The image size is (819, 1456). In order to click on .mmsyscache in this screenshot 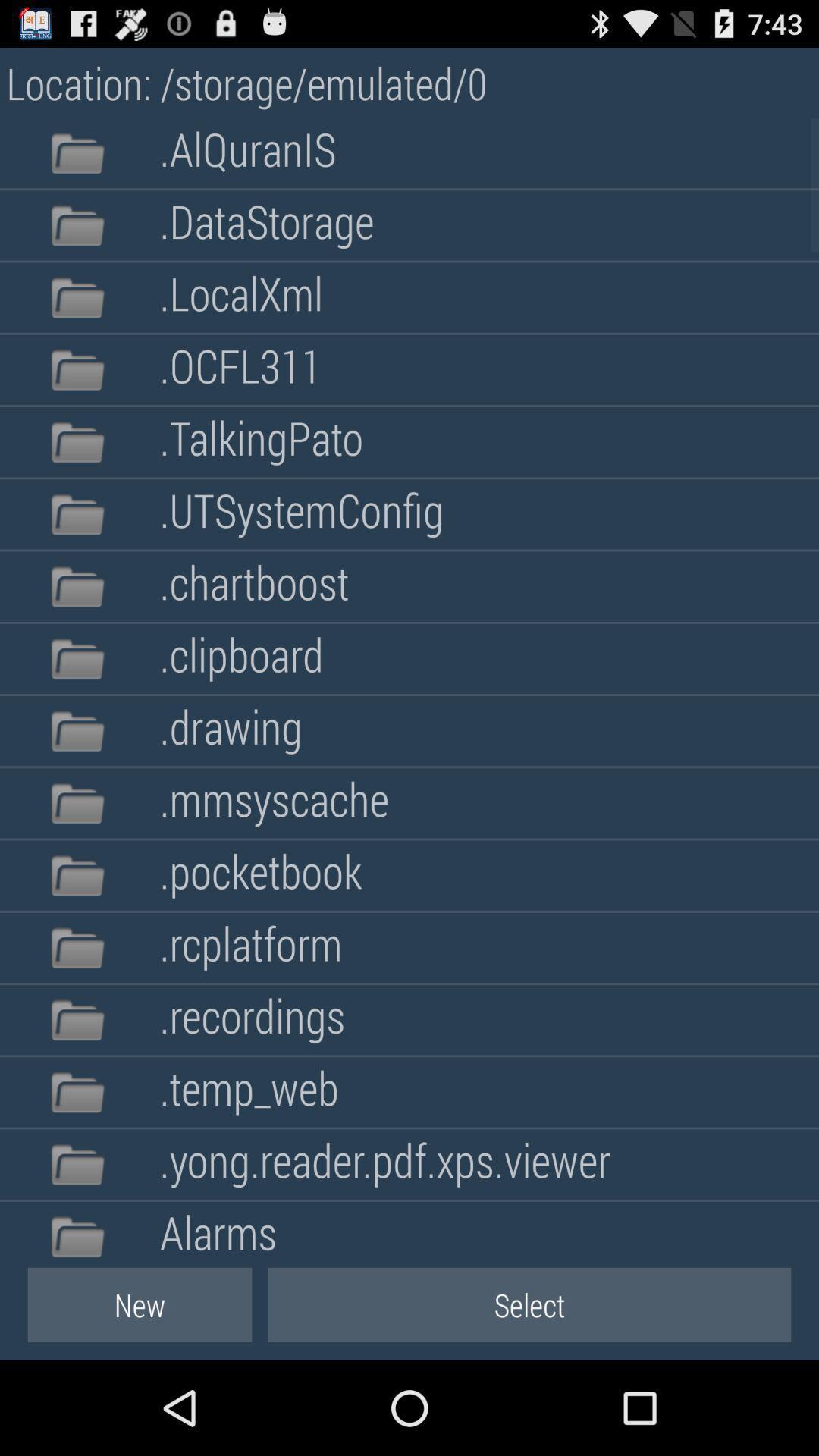, I will do `click(274, 802)`.